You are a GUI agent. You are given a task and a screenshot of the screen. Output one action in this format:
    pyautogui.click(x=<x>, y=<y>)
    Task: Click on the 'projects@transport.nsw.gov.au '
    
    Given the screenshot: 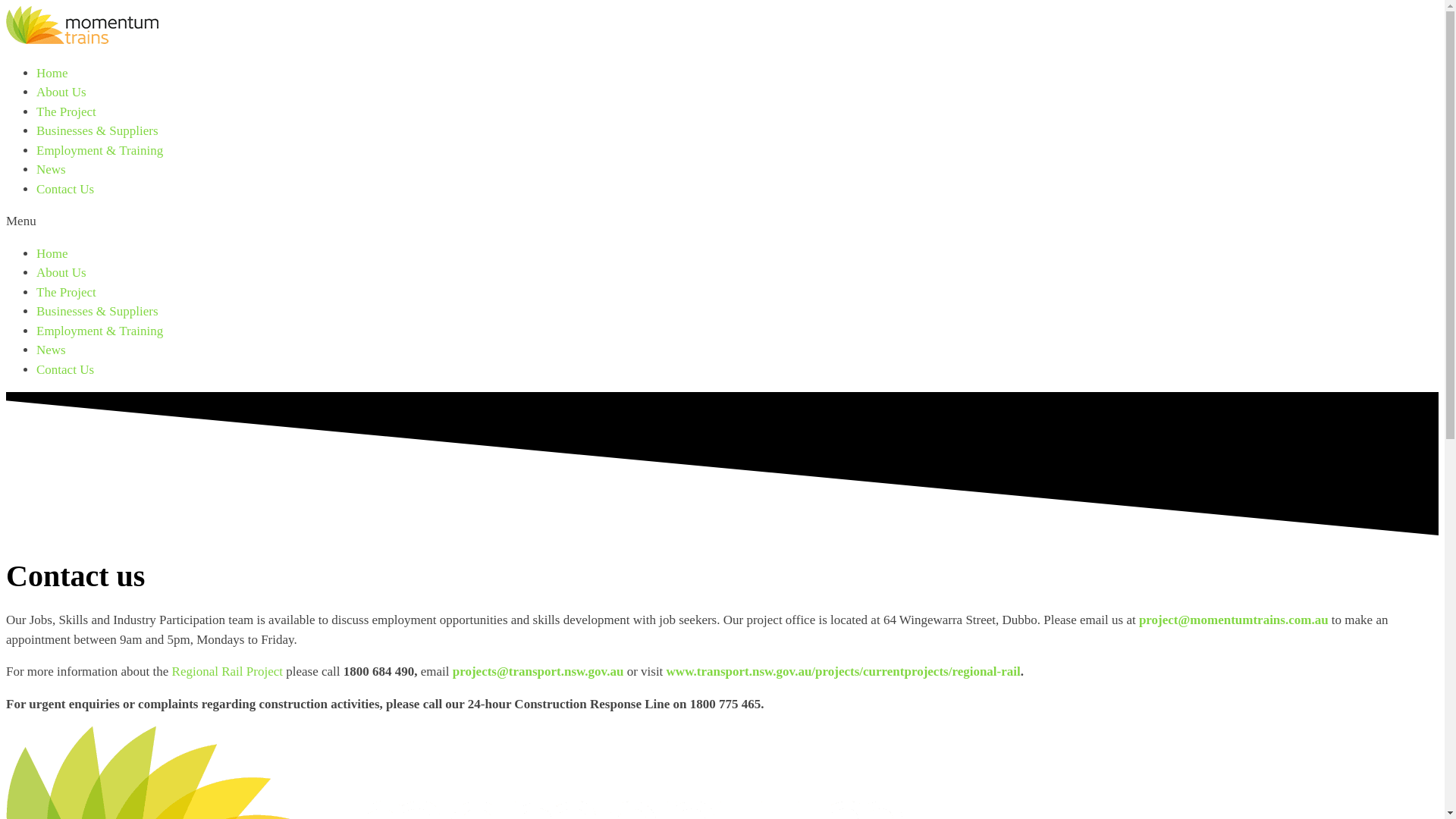 What is the action you would take?
    pyautogui.click(x=539, y=670)
    